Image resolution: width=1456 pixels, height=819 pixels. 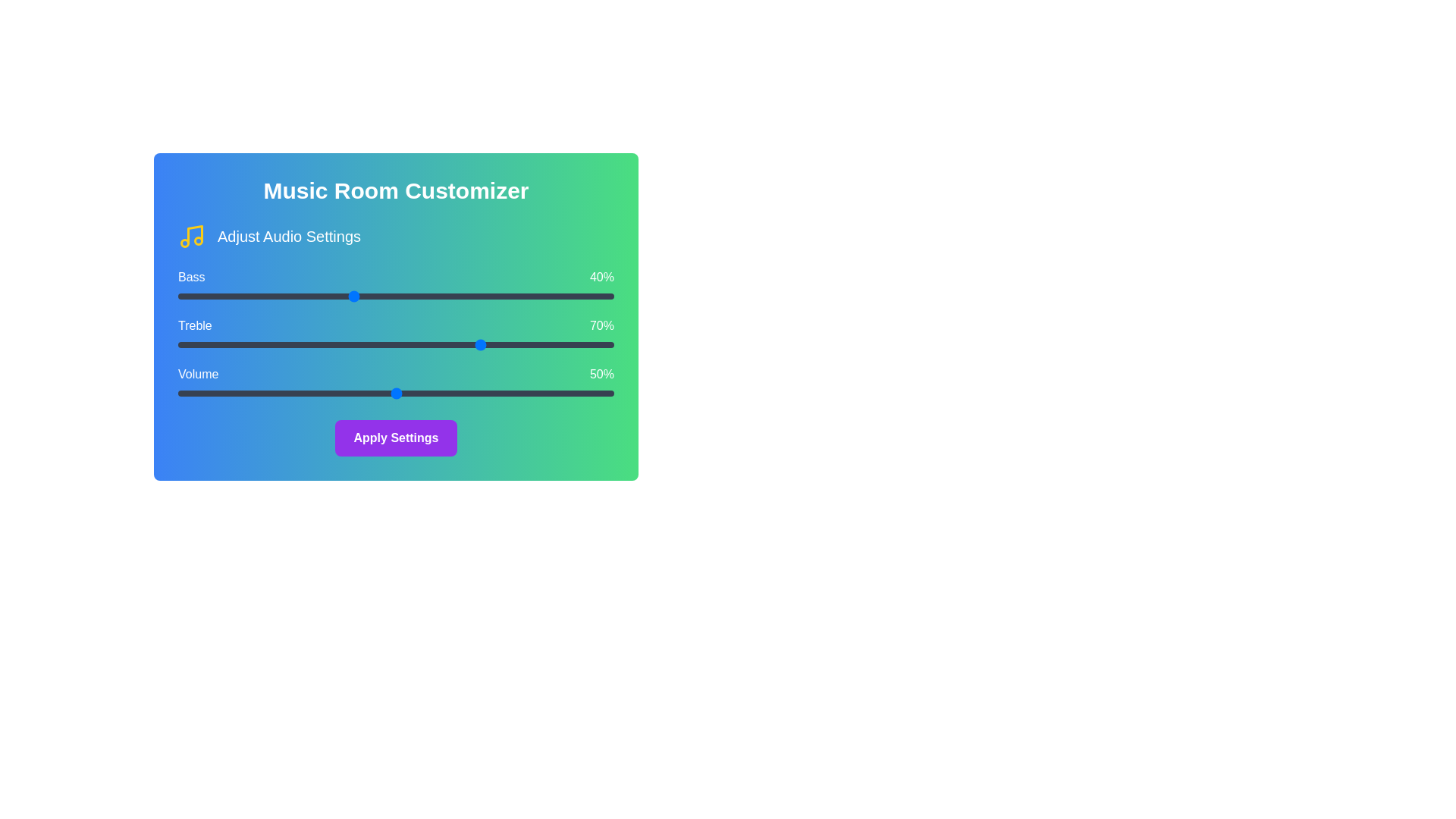 What do you see at coordinates (212, 345) in the screenshot?
I see `the Treble slider to 8%` at bounding box center [212, 345].